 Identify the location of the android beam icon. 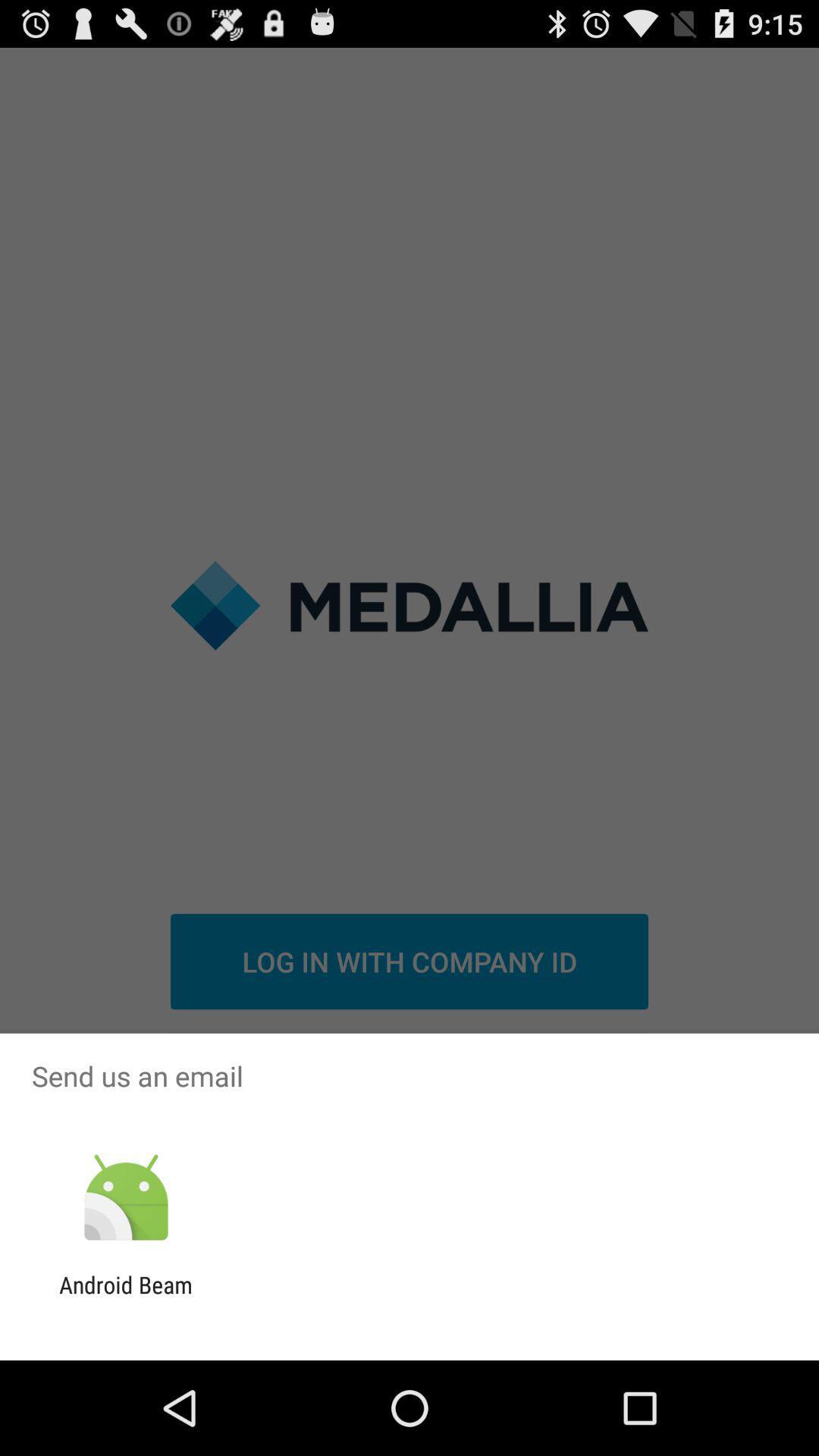
(125, 1298).